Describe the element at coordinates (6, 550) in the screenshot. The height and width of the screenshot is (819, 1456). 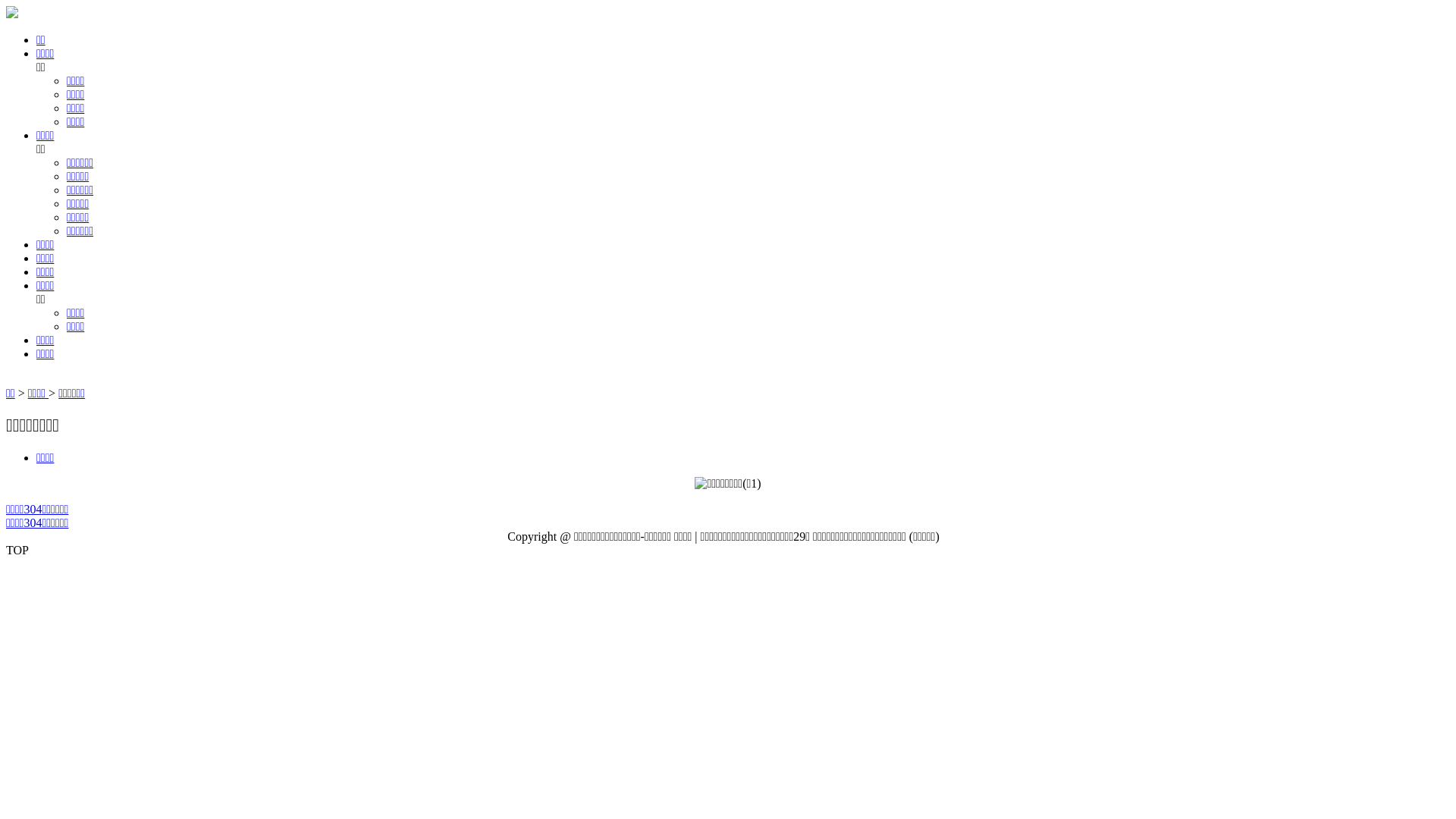
I see `'TOP'` at that location.